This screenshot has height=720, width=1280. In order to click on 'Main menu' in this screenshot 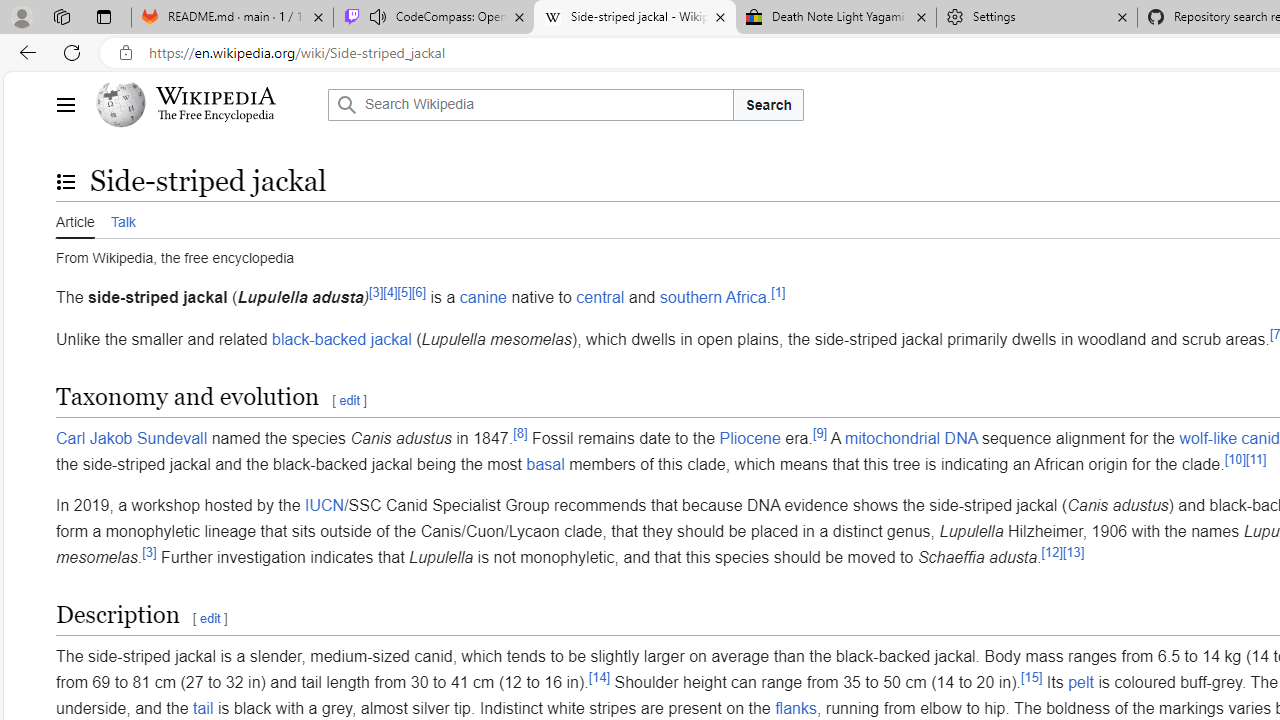, I will do `click(65, 105)`.